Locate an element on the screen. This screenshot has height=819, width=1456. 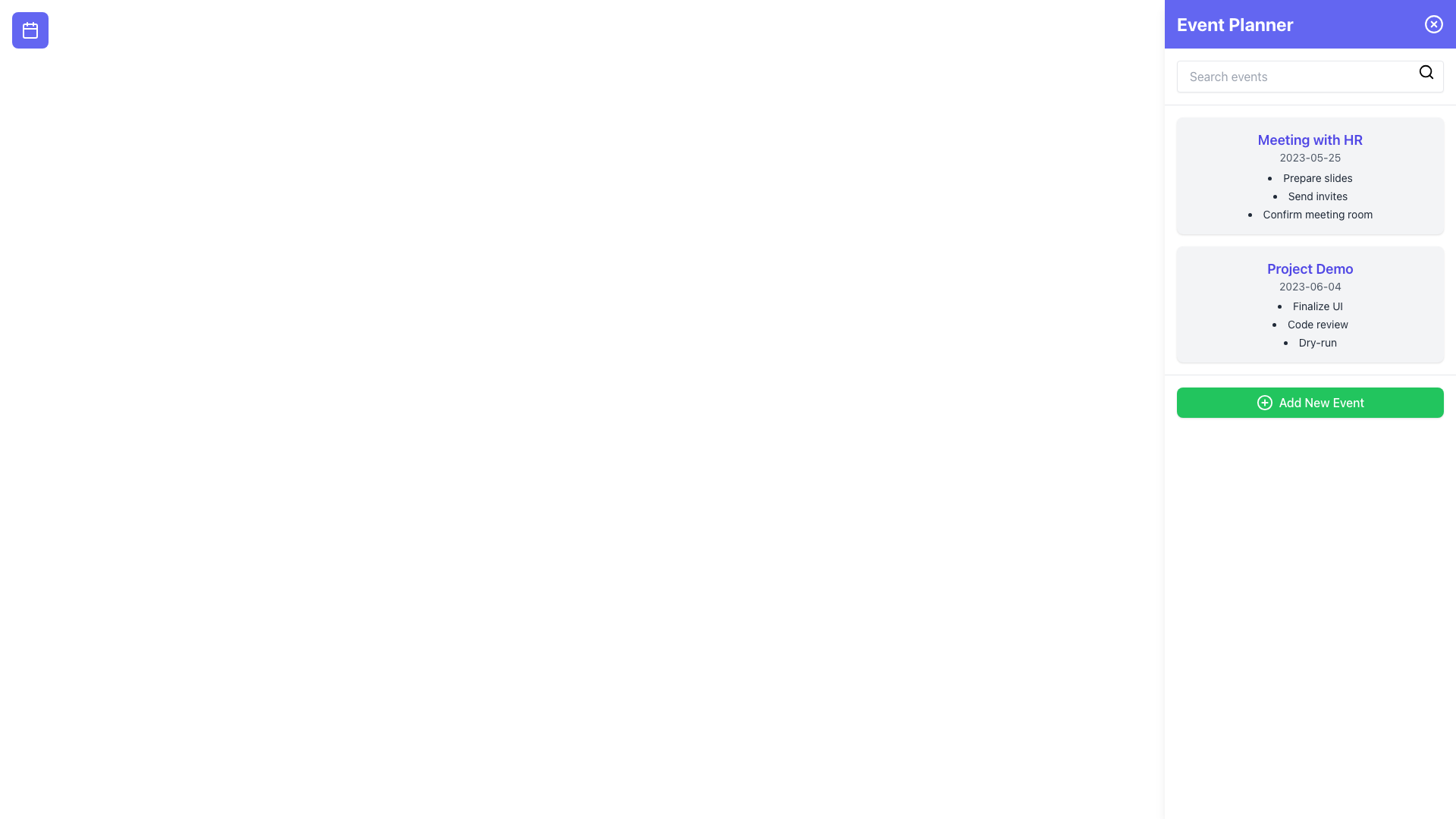
text of the third item in the bulleted list under the 'Project Demo' section, which is located in the sidebar on the right side of the page is located at coordinates (1310, 342).